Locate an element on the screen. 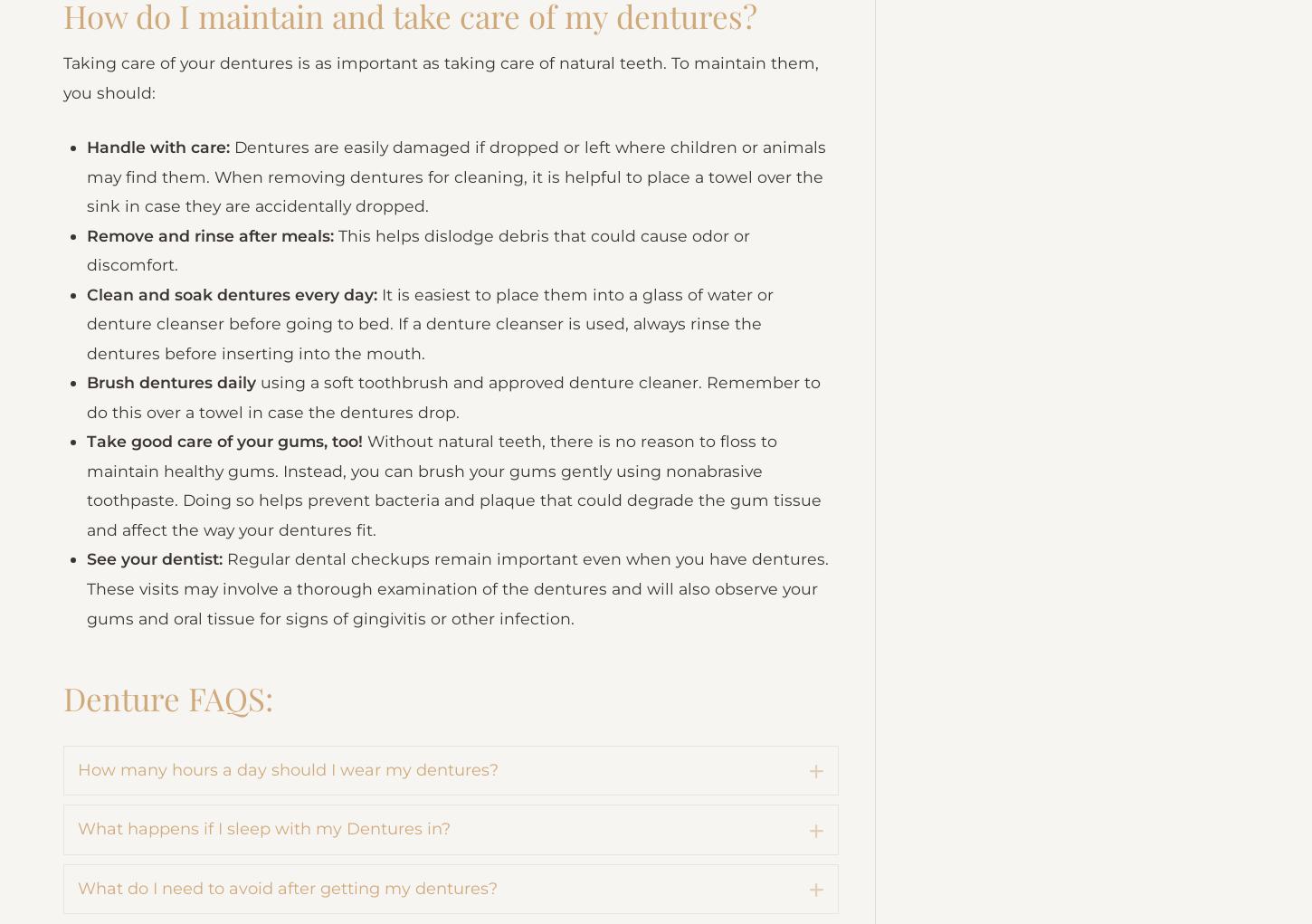 This screenshot has width=1312, height=924. 'Handle with care:' is located at coordinates (160, 248).